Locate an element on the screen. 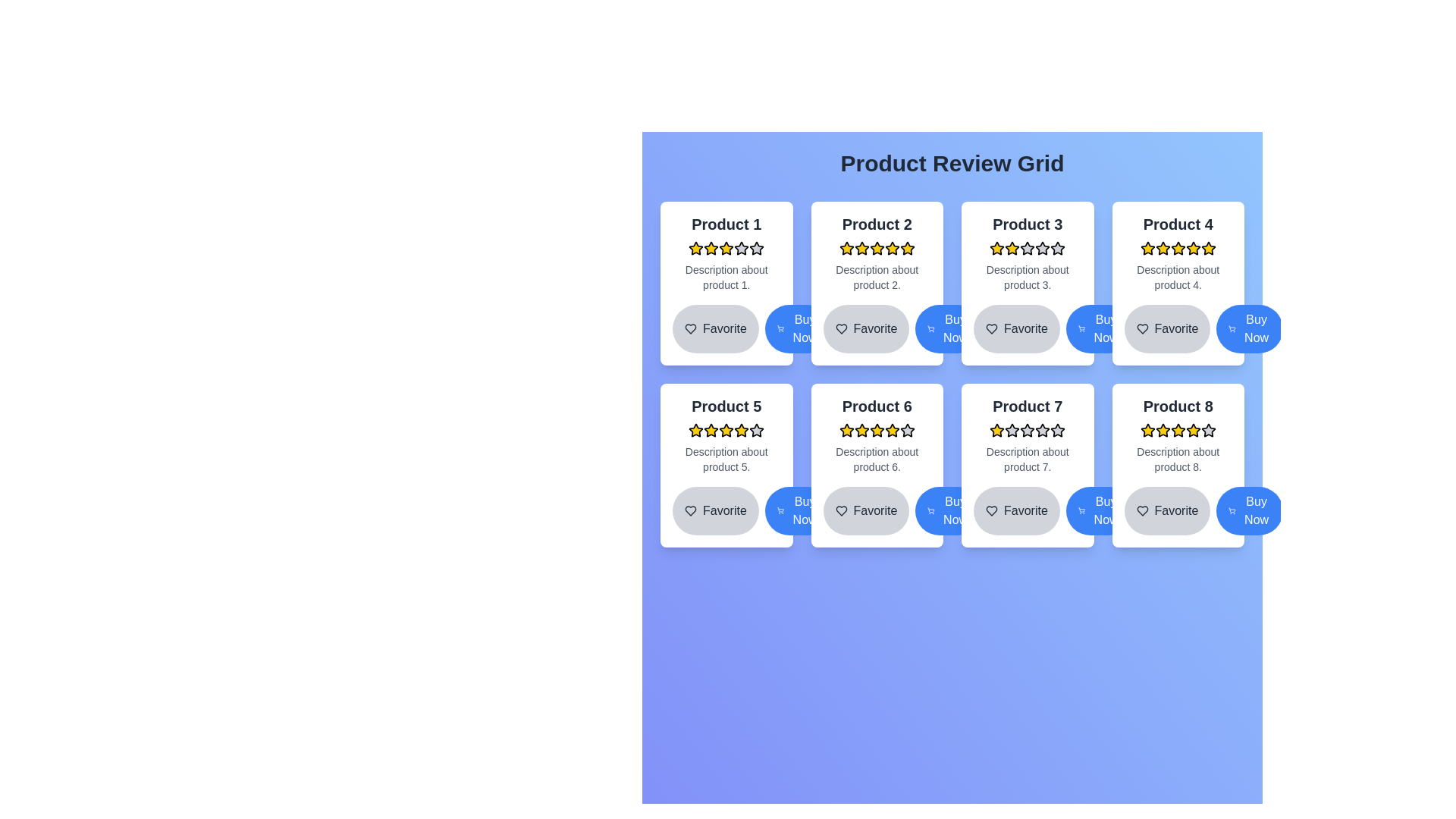 This screenshot has height=819, width=1456. text label 'Product 7' located at the center-top of the seventh card in the grid layout for identification is located at coordinates (1028, 406).